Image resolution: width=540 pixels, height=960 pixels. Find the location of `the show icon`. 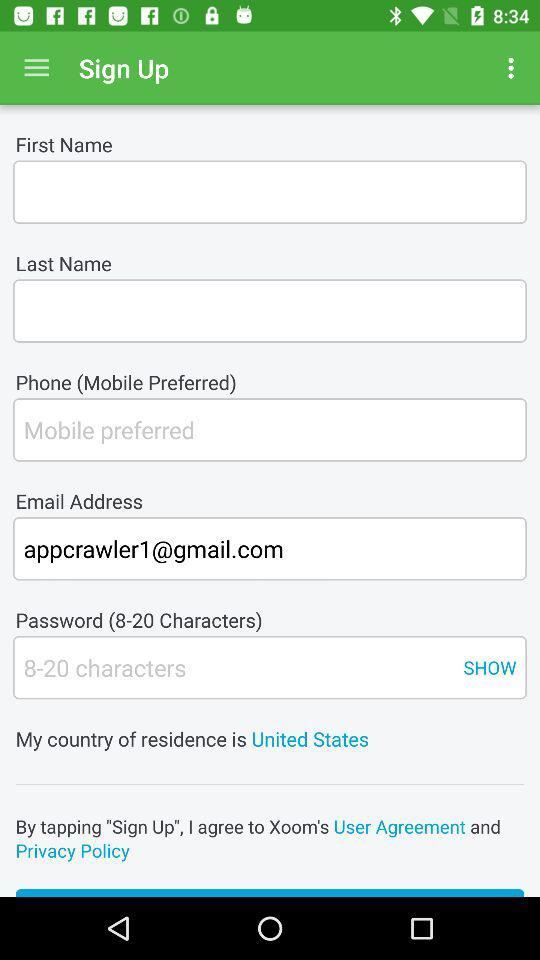

the show icon is located at coordinates (488, 667).